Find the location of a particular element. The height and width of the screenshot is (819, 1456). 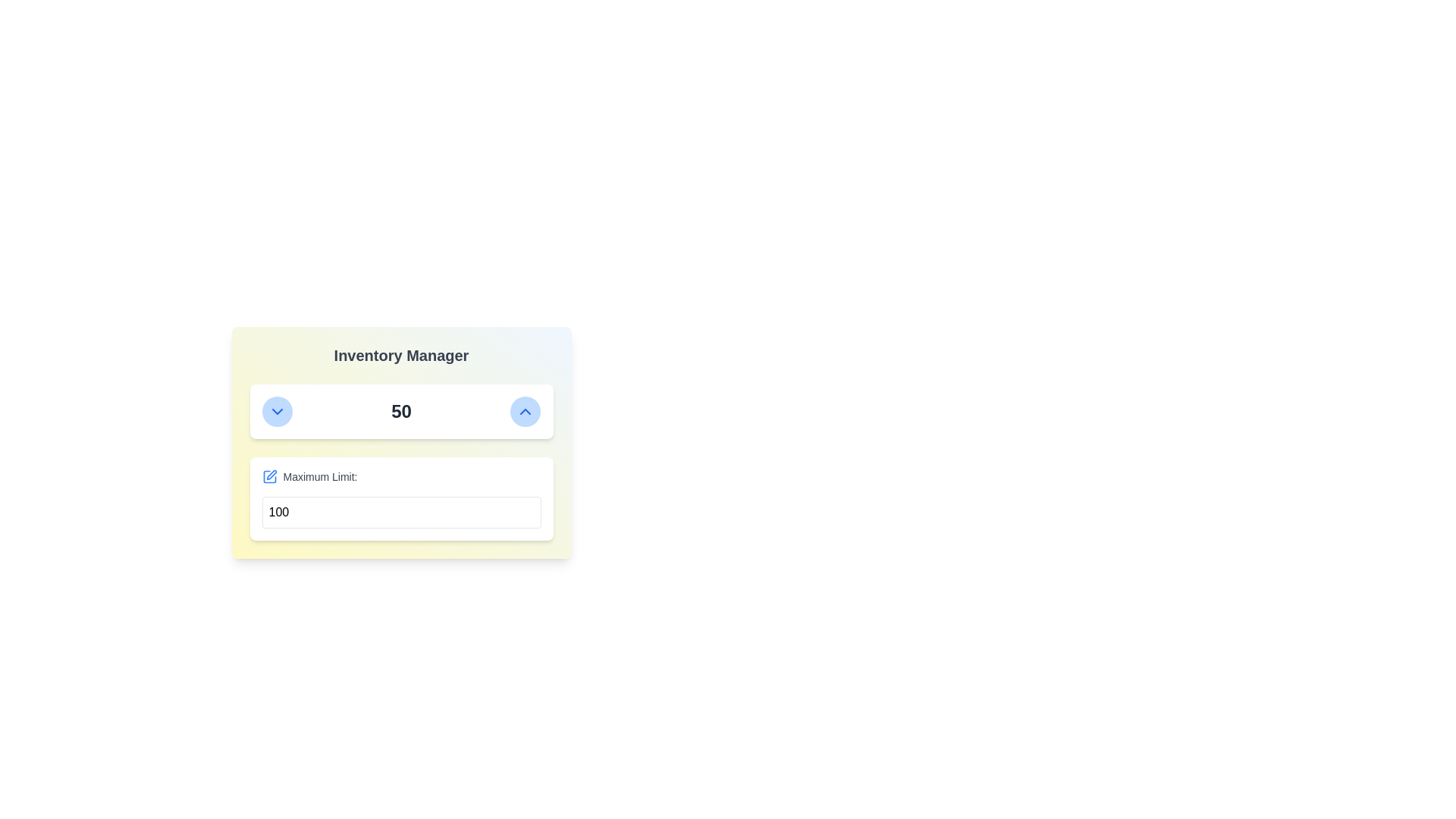

the static text label displaying the number '50', located at the center of a horizontal rectangular card between two interactive circular buttons is located at coordinates (401, 412).